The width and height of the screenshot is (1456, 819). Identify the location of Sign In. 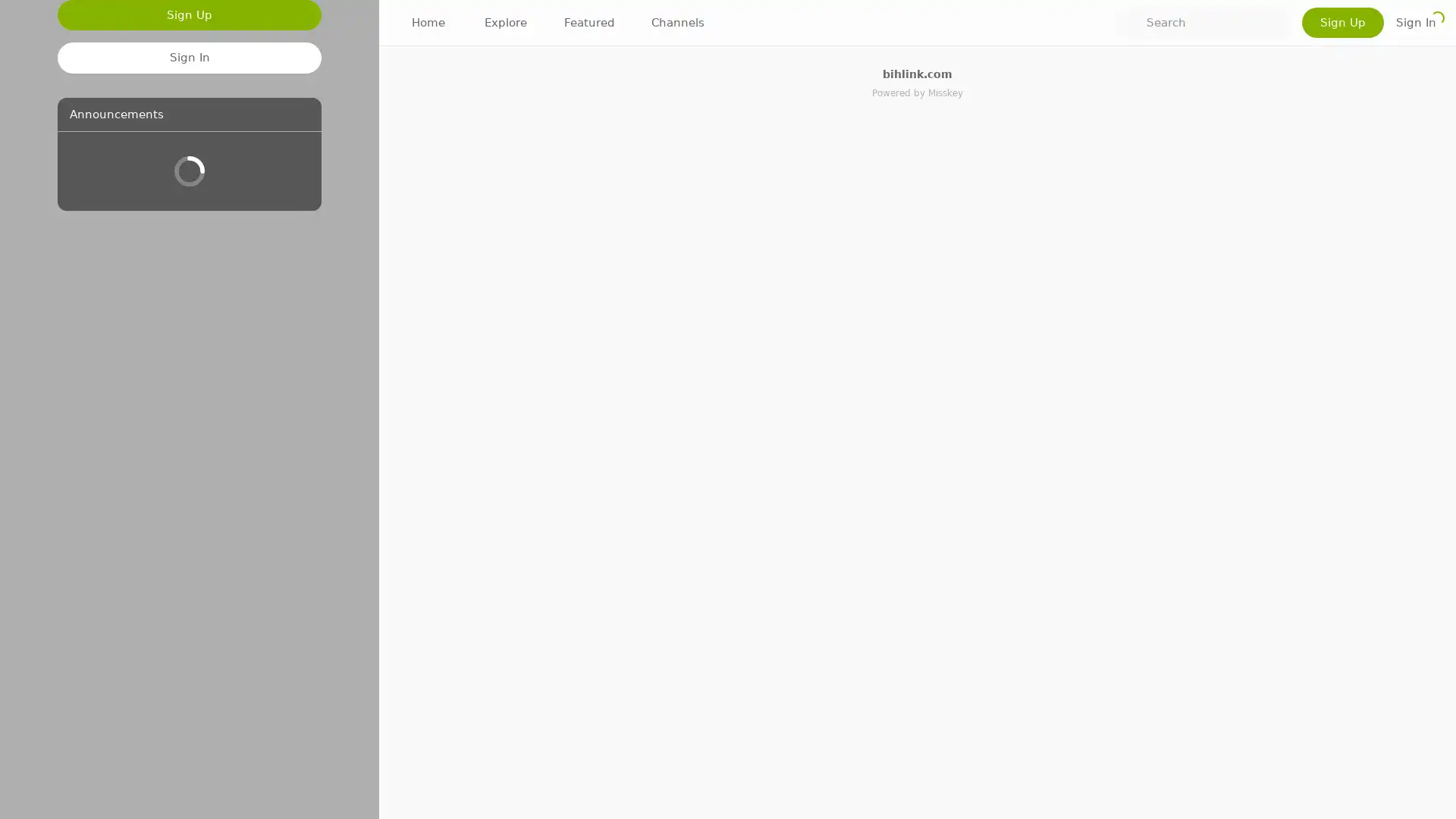
(188, 203).